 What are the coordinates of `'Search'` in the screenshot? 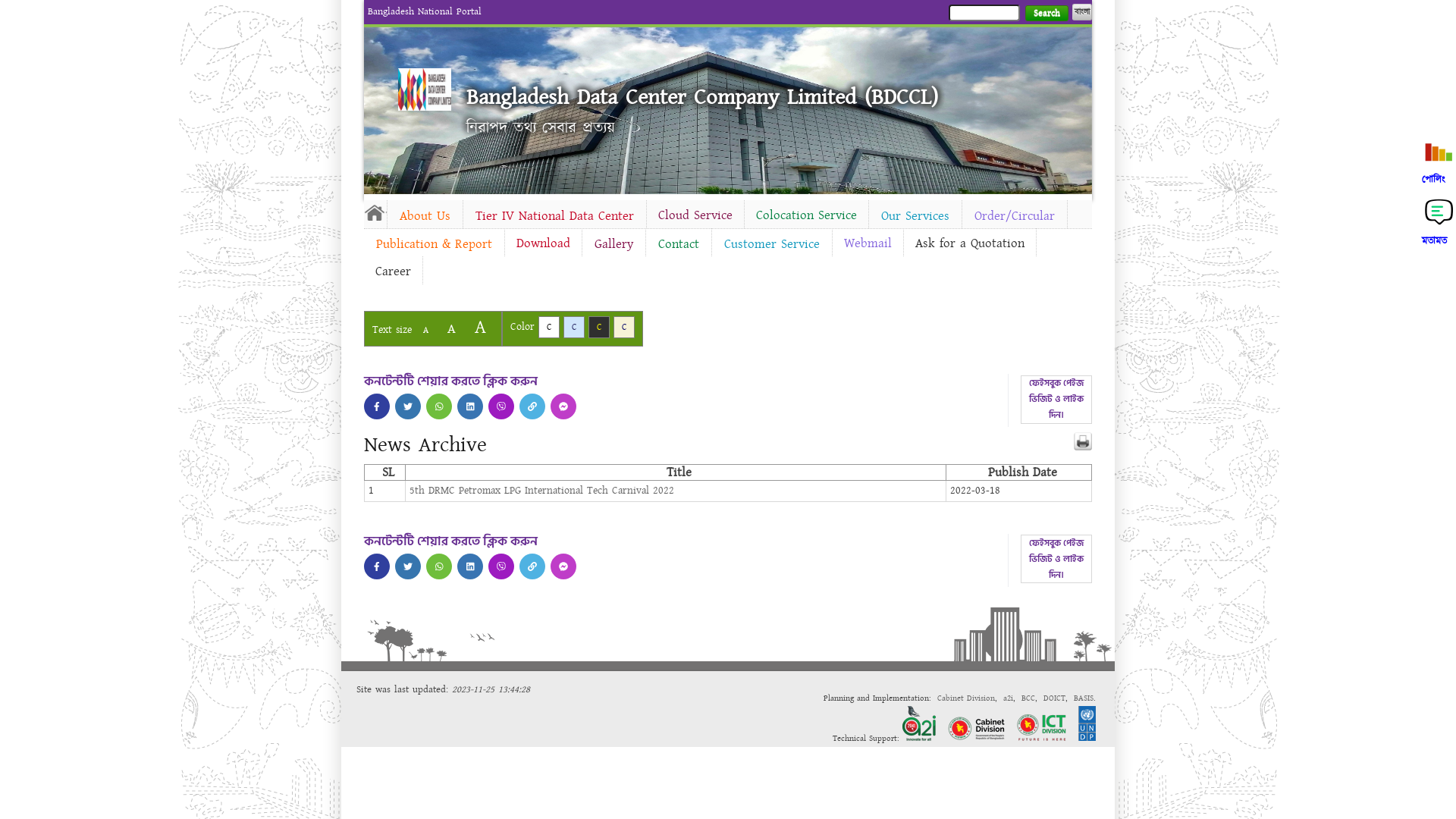 It's located at (1046, 13).